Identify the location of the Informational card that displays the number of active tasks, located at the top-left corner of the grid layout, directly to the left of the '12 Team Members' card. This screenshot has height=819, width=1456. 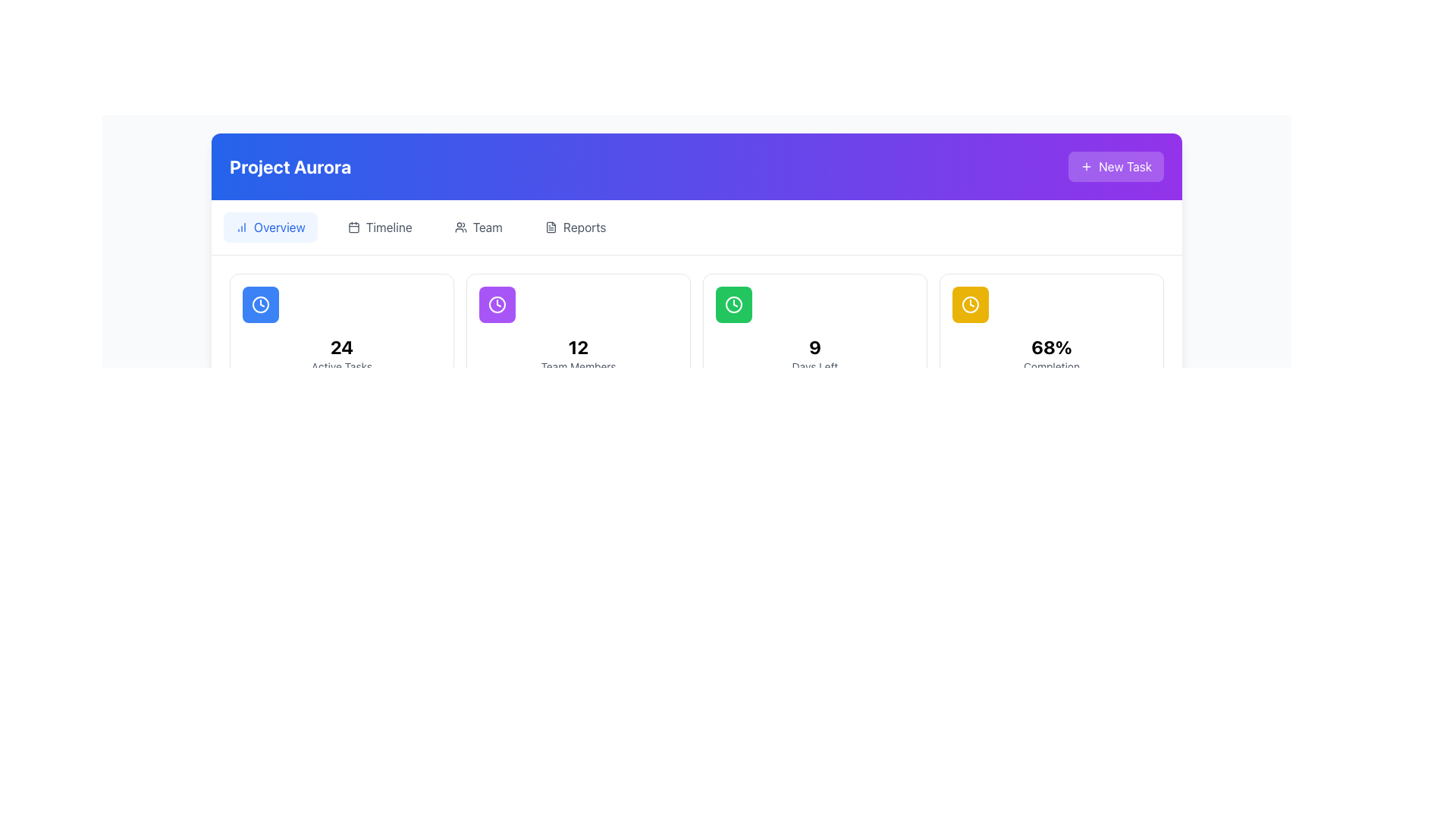
(341, 329).